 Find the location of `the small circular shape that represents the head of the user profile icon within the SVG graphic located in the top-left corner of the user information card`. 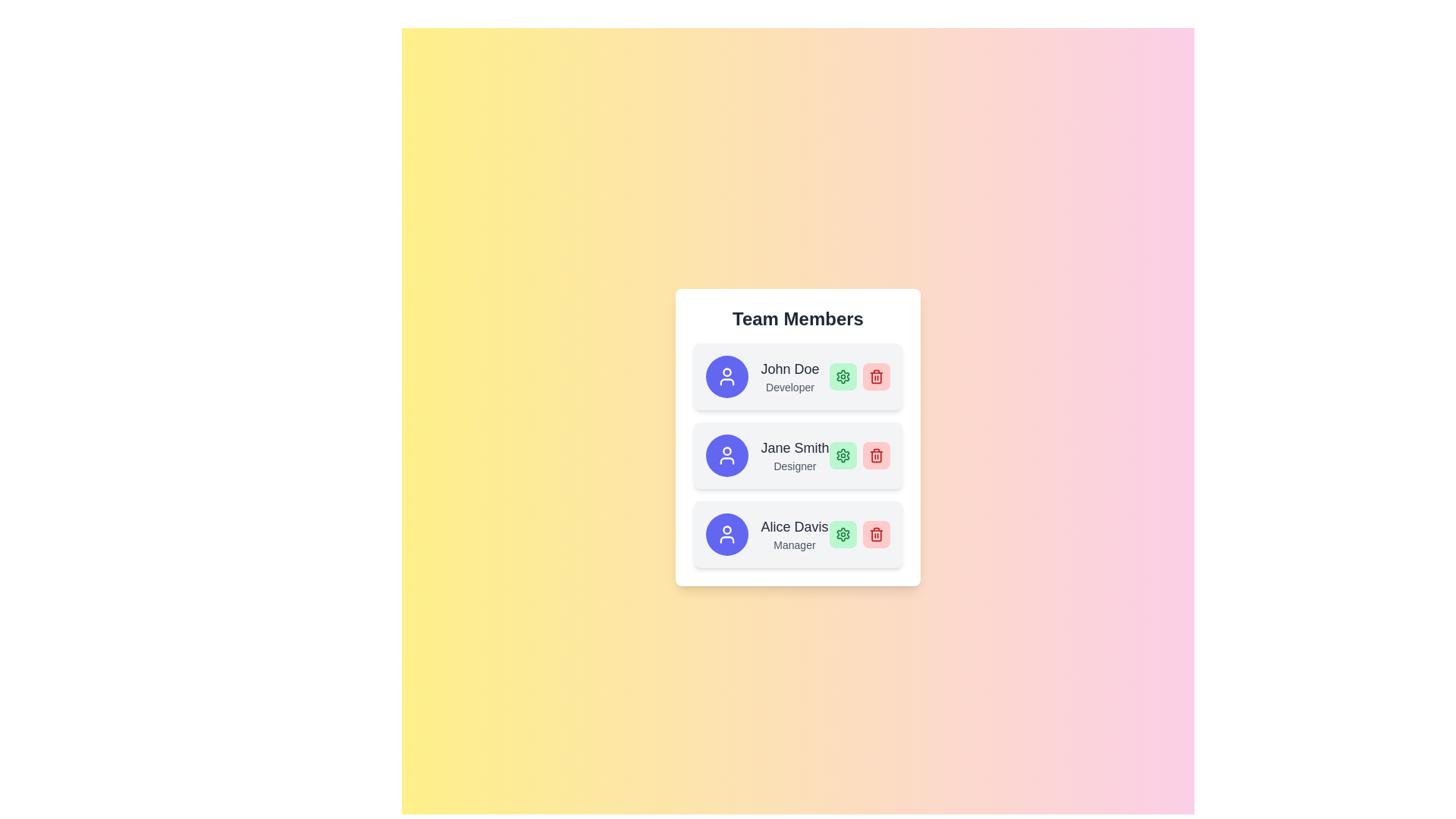

the small circular shape that represents the head of the user profile icon within the SVG graphic located in the top-left corner of the user information card is located at coordinates (726, 450).